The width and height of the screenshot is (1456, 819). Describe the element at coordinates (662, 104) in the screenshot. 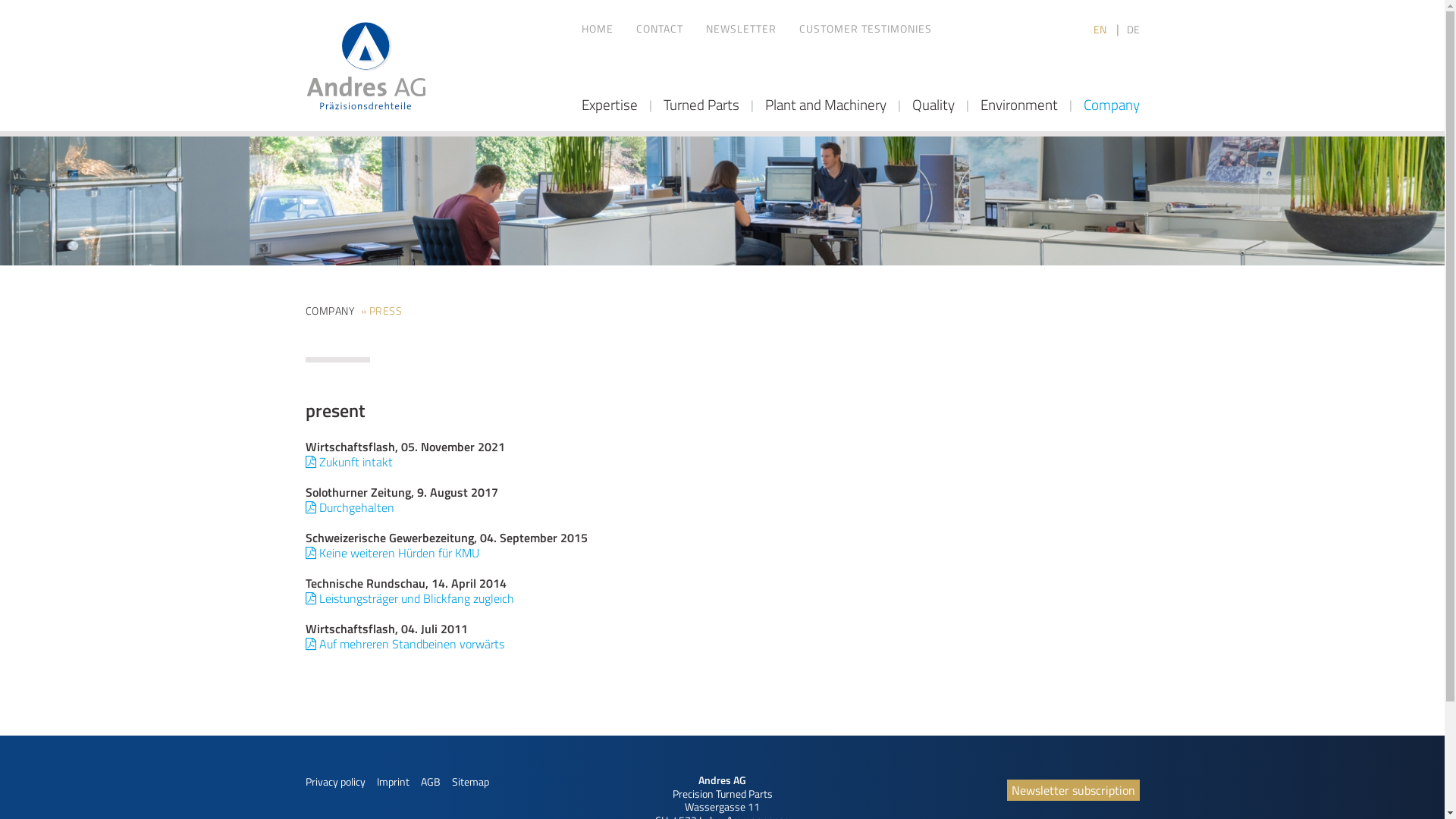

I see `'Turned Parts'` at that location.